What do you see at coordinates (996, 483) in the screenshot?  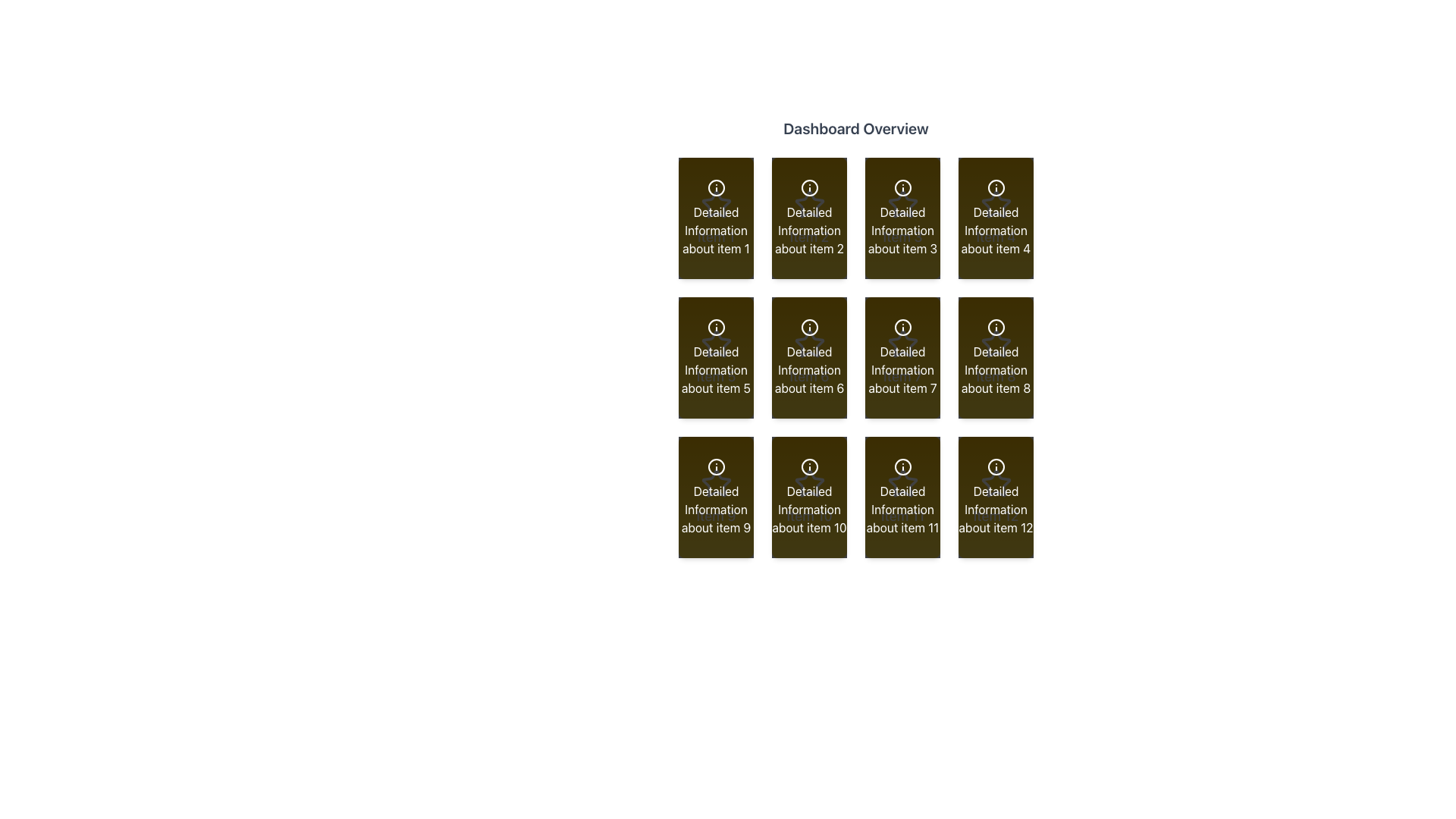 I see `the decorative icon located at the top center of the twelfth card in a grid layout of 4 columns and 3 rows` at bounding box center [996, 483].